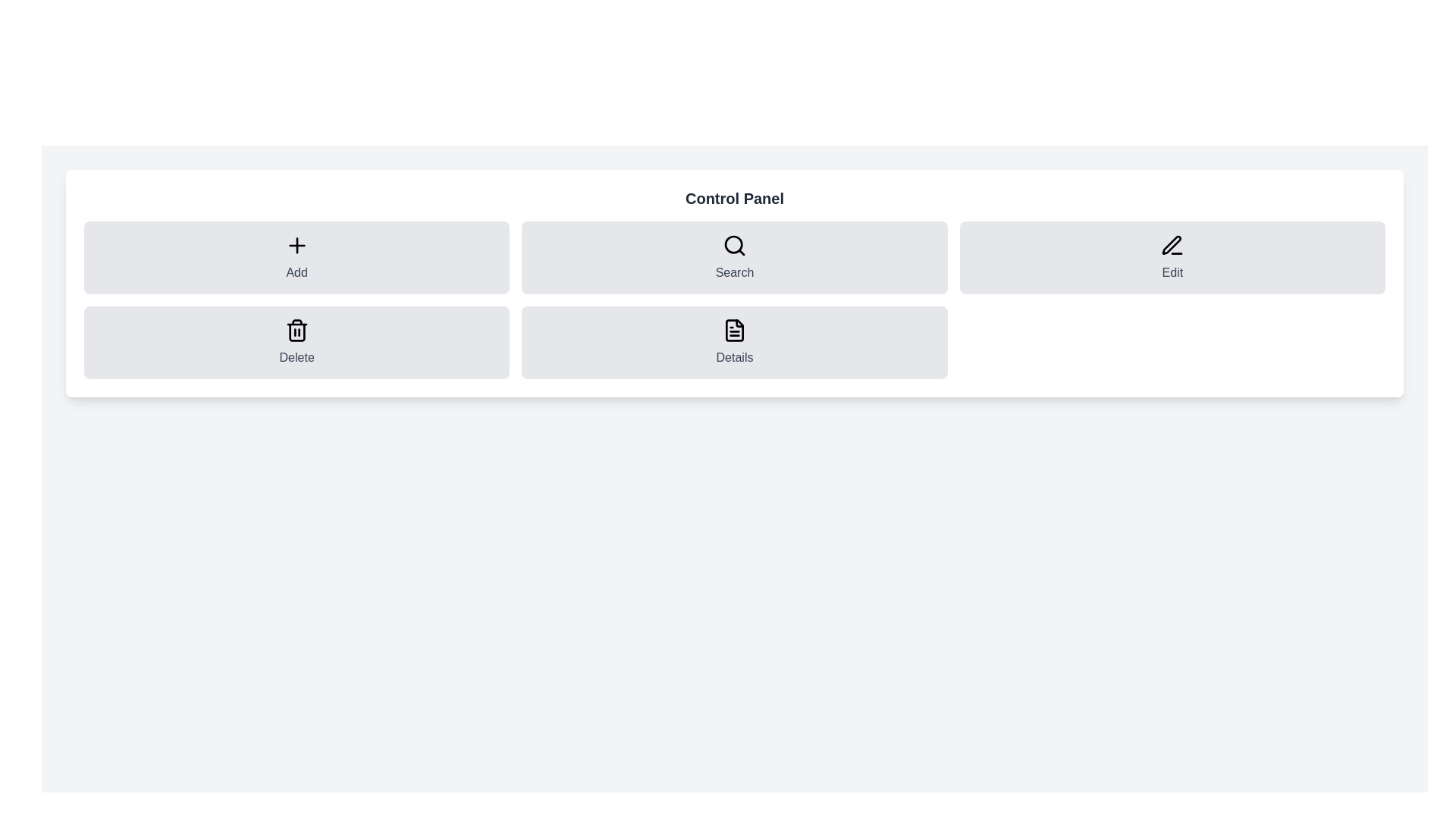 This screenshot has height=819, width=1456. Describe the element at coordinates (735, 271) in the screenshot. I see `the descriptive Text Label for the search functionality, which is located in the top row center position beneath the search icon` at that location.